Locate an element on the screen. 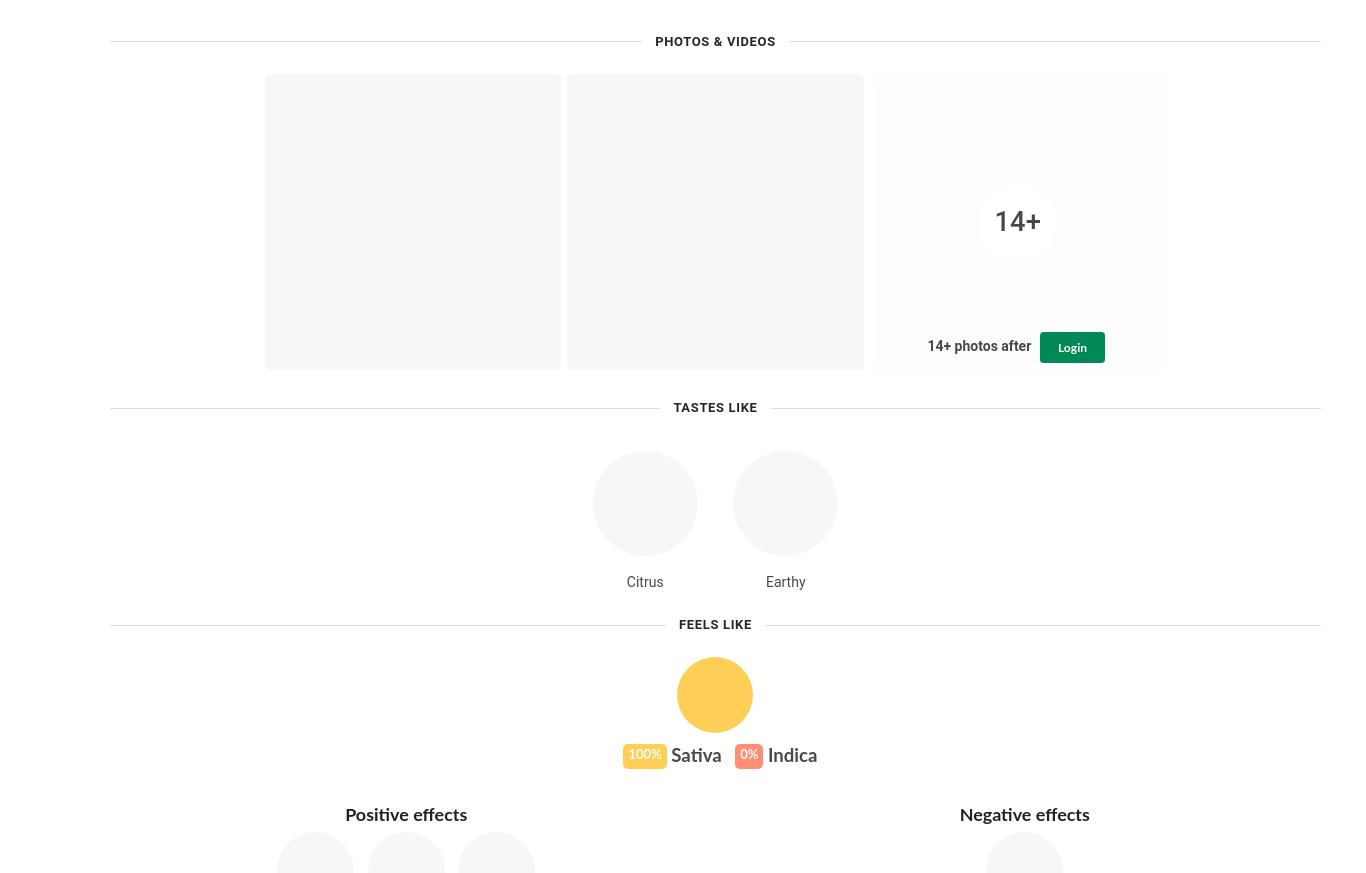 This screenshot has width=1366, height=873. 'Sativa' is located at coordinates (693, 755).